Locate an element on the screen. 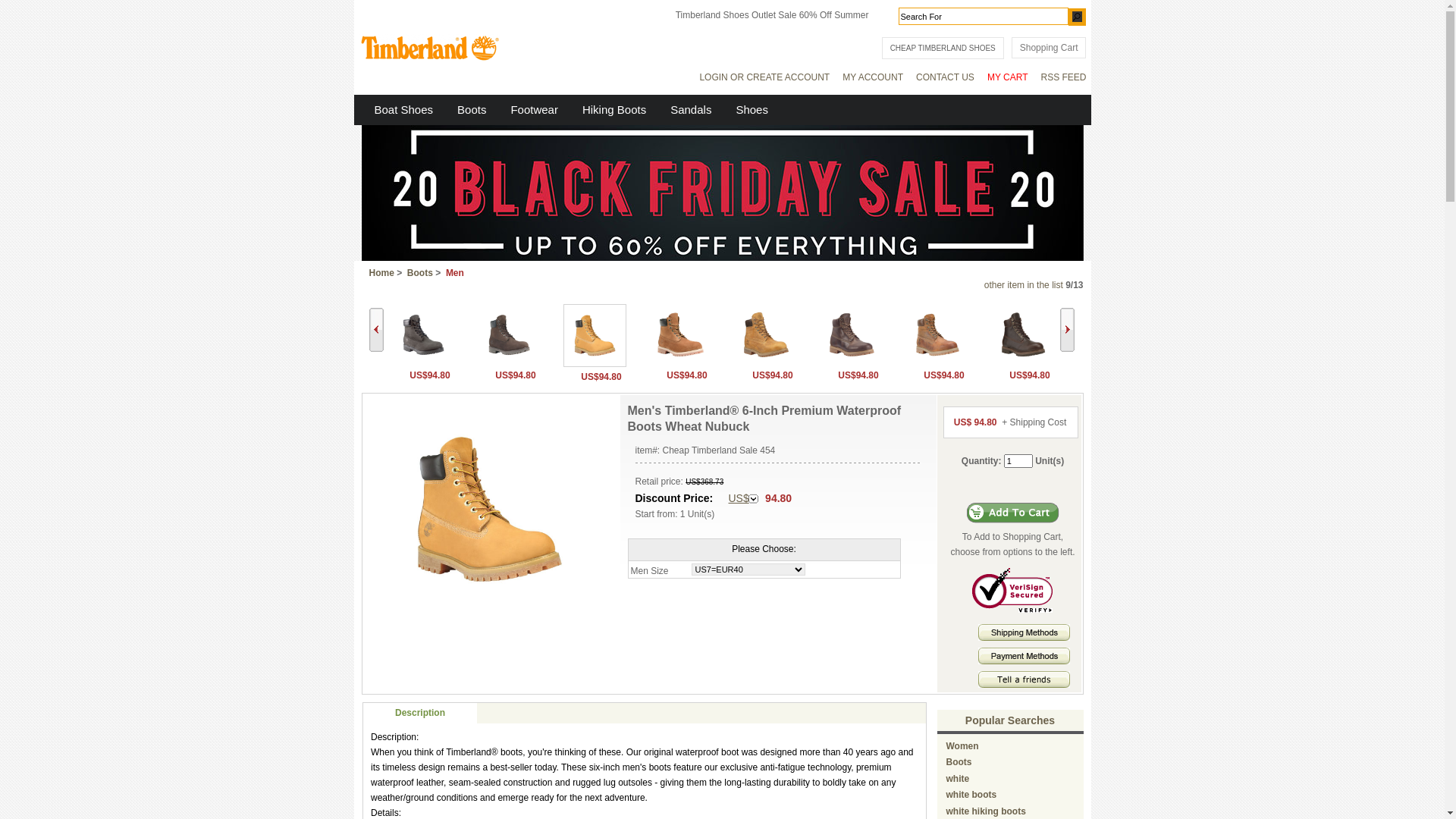  'Men' is located at coordinates (454, 271).